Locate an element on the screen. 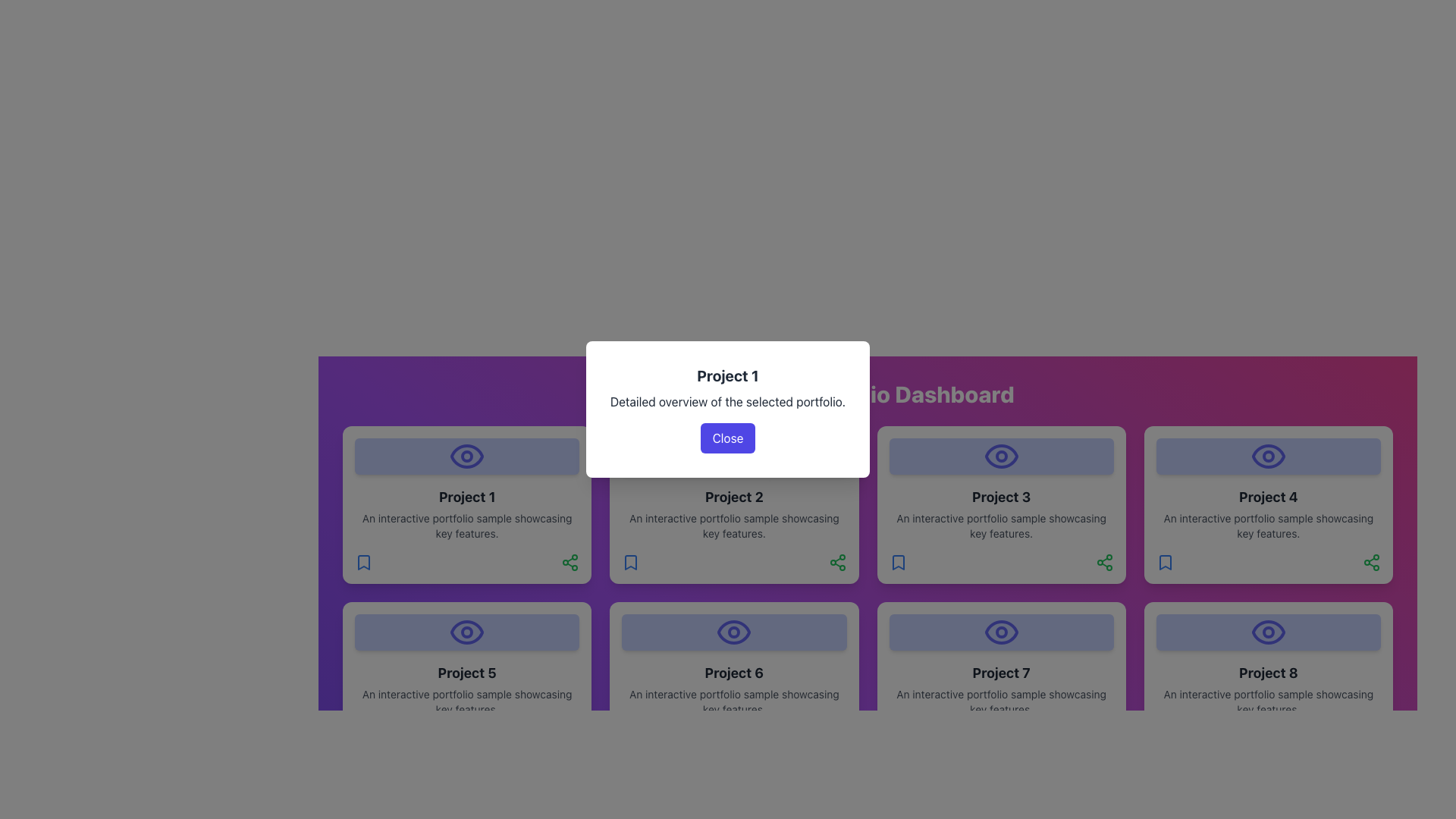  the bookmark button located at the bottom left corner of the 'Project 2' card to bookmark or unbookmark the project is located at coordinates (631, 562).